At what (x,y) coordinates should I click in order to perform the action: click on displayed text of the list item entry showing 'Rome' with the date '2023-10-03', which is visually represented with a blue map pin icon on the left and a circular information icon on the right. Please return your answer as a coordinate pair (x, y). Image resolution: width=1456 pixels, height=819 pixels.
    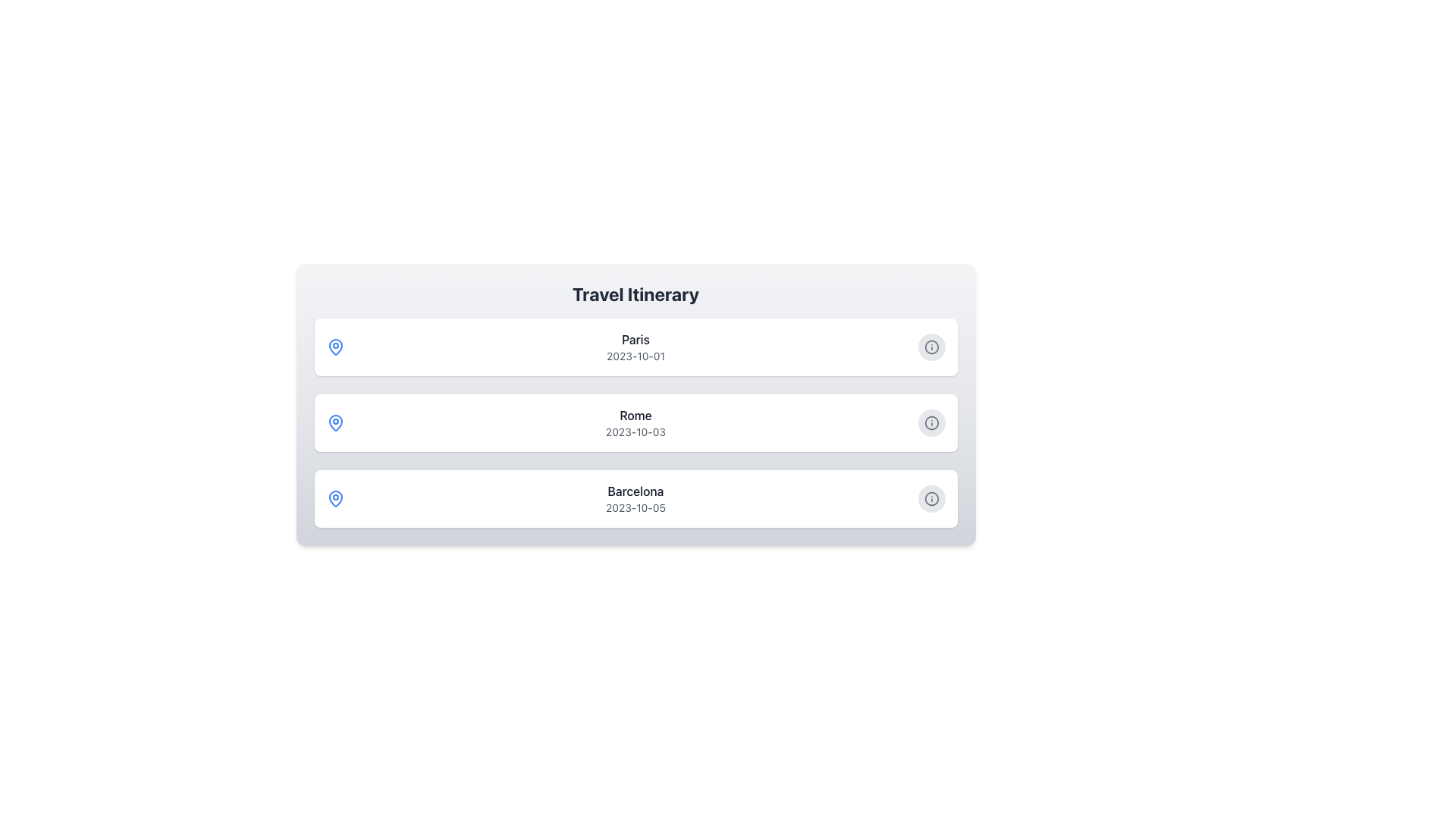
    Looking at the image, I should click on (635, 423).